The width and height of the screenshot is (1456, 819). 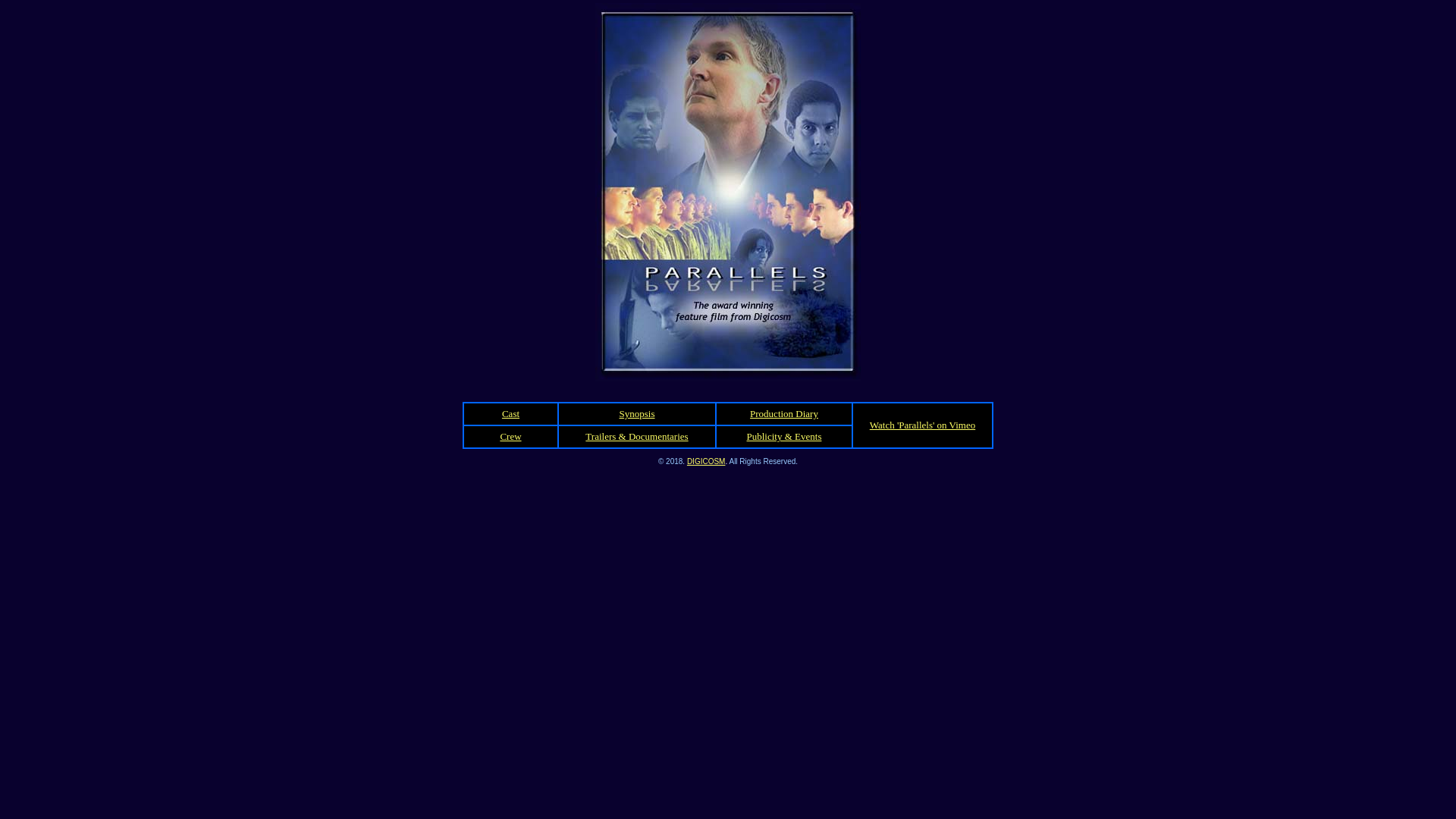 I want to click on 'DIGICOSM', so click(x=705, y=460).